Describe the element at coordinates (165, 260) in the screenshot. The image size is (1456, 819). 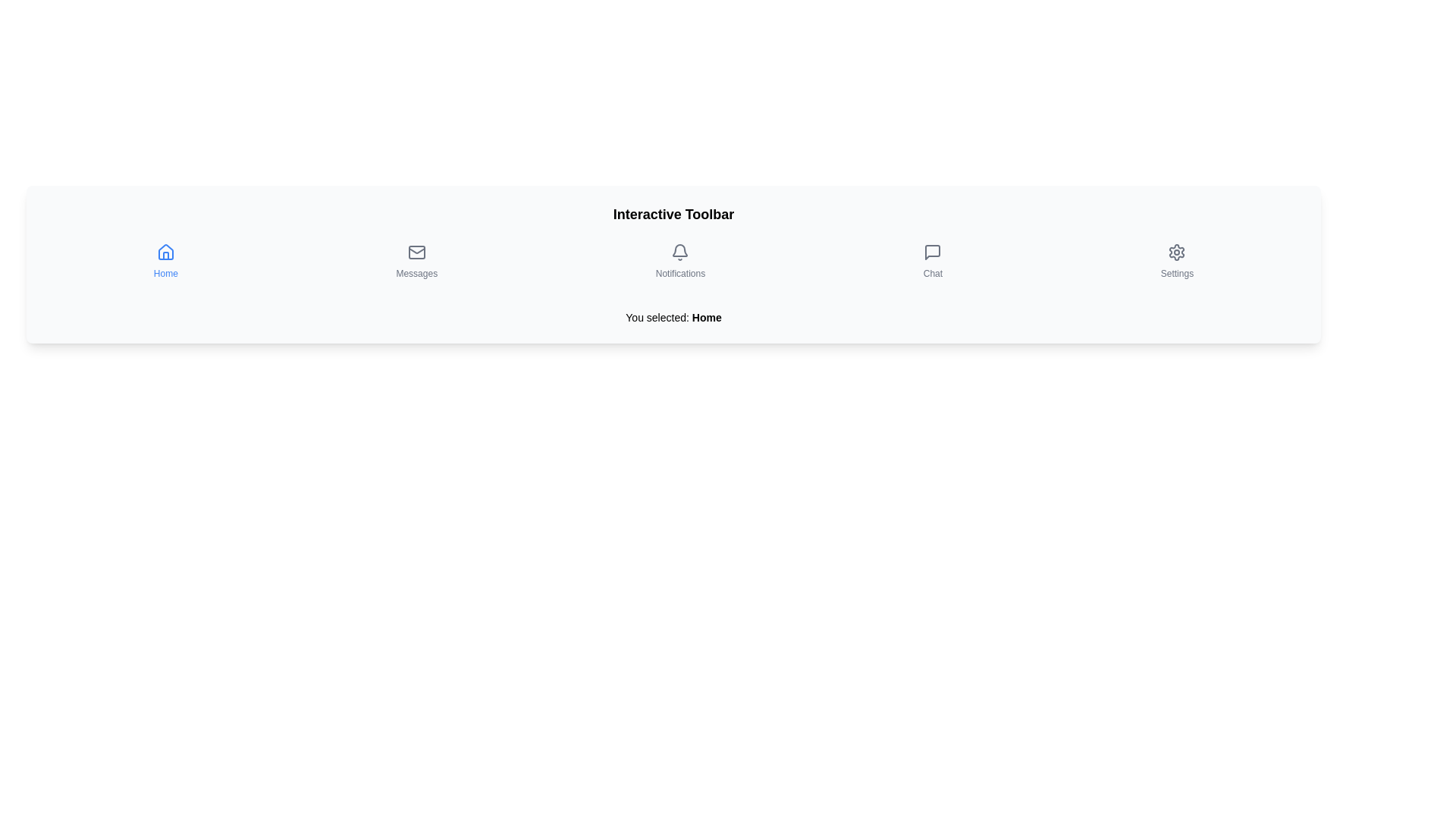
I see `the leftmost navigation button that leads to the home page to change its background color` at that location.